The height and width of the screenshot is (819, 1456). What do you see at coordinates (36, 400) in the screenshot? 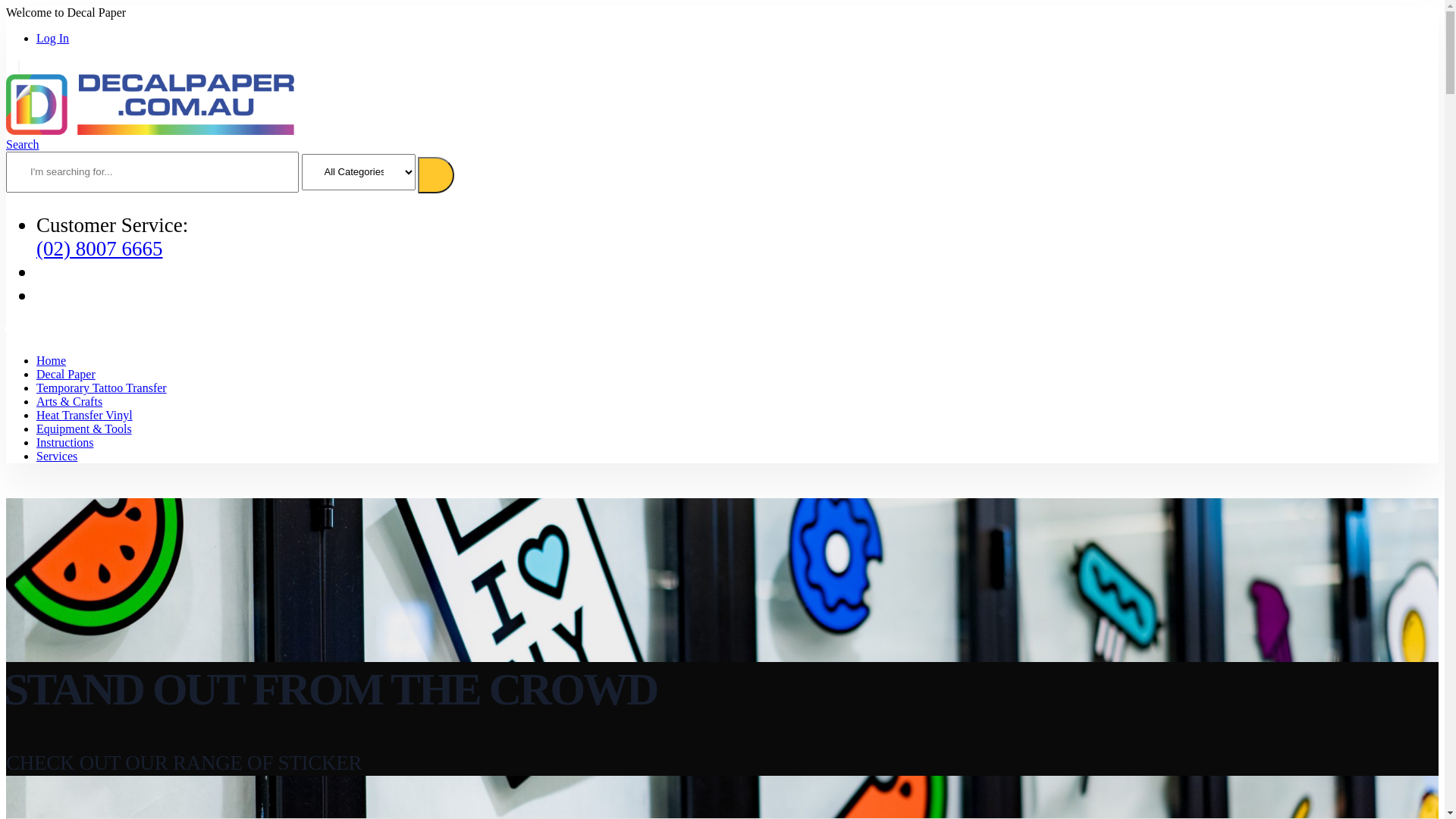
I see `'Arts & Crafts'` at bounding box center [36, 400].